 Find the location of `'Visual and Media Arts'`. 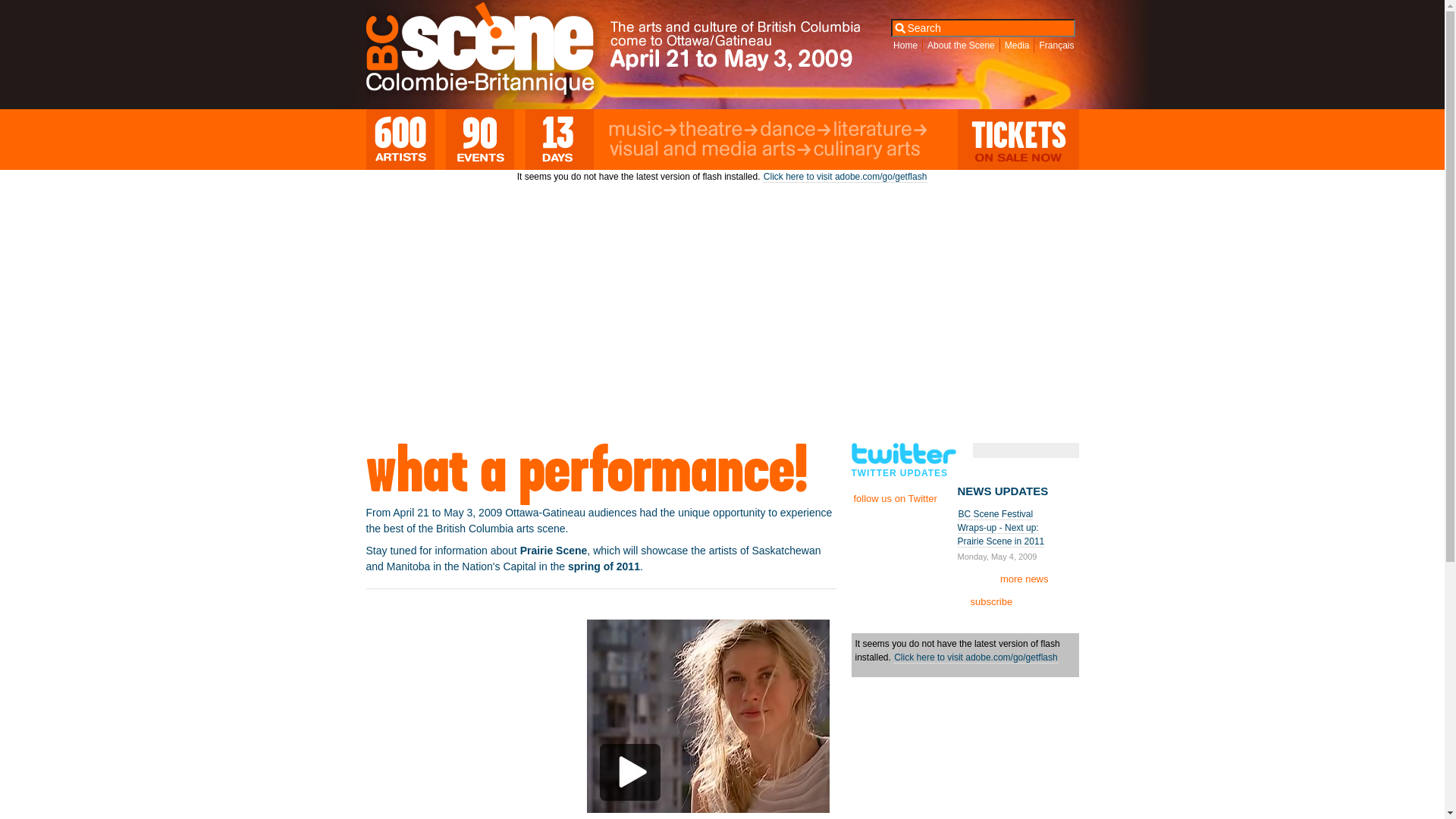

'Visual and Media Arts' is located at coordinates (607, 149).